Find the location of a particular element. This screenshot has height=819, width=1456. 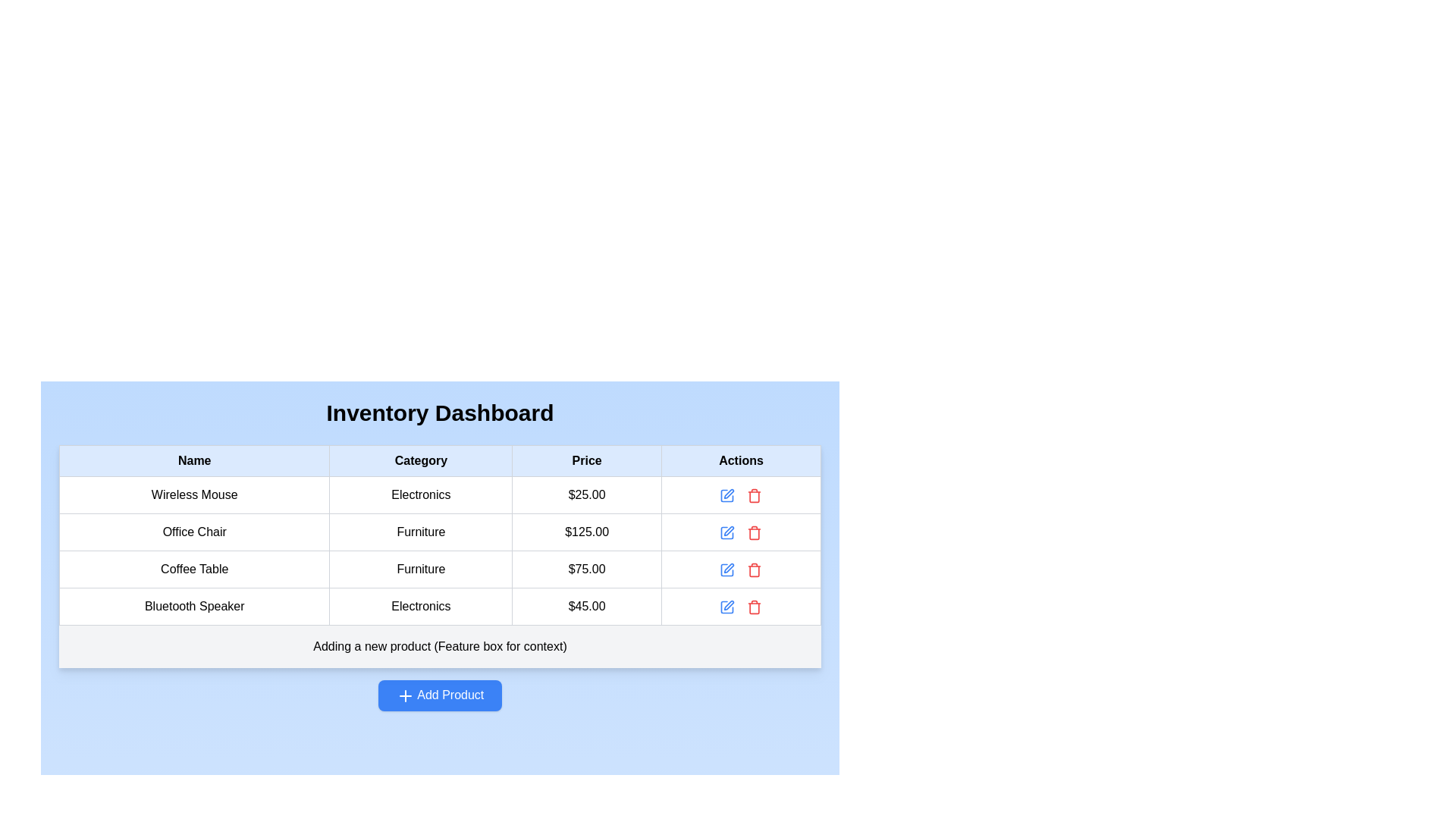

the 'Name' table header cell is located at coordinates (193, 460).